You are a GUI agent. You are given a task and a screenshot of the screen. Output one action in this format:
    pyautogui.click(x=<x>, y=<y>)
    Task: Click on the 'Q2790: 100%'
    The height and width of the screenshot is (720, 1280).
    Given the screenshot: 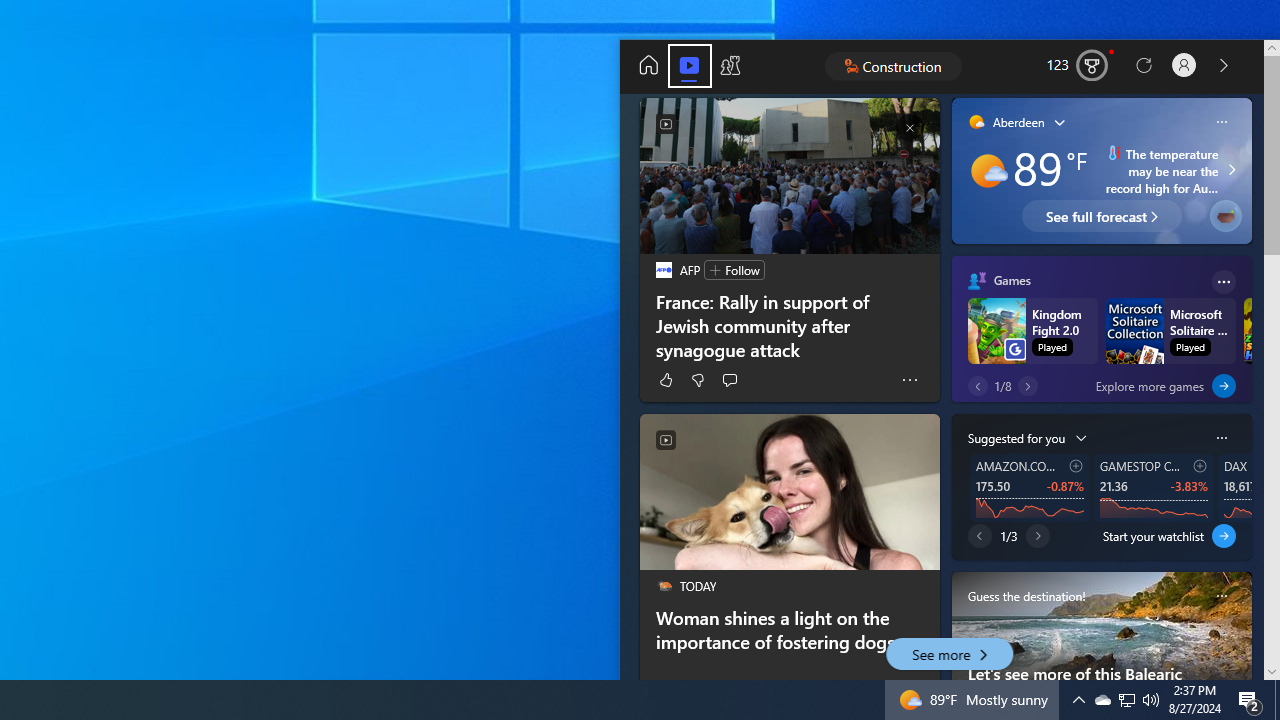 What is the action you would take?
    pyautogui.click(x=1151, y=698)
    